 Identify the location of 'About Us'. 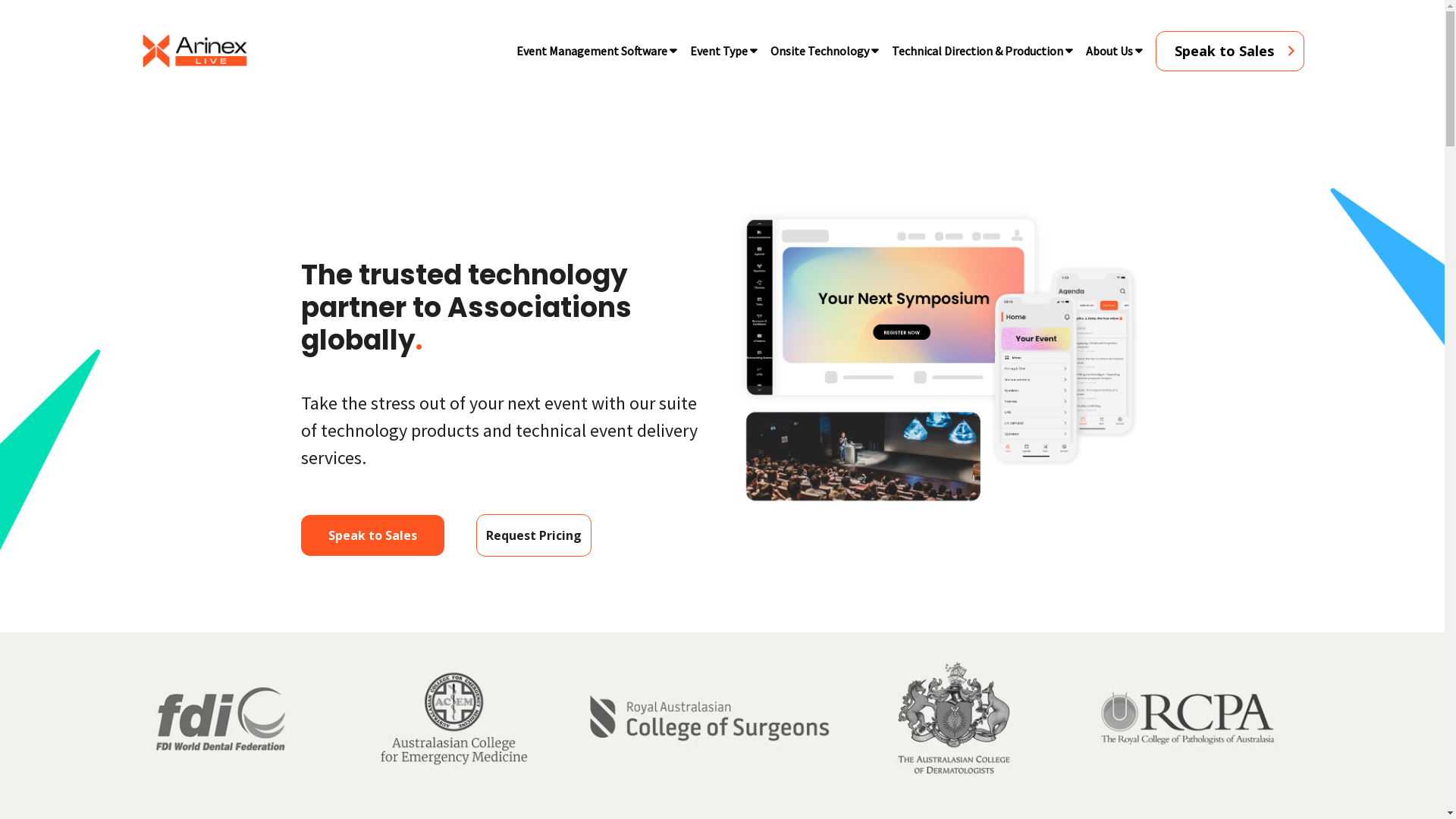
(1073, 49).